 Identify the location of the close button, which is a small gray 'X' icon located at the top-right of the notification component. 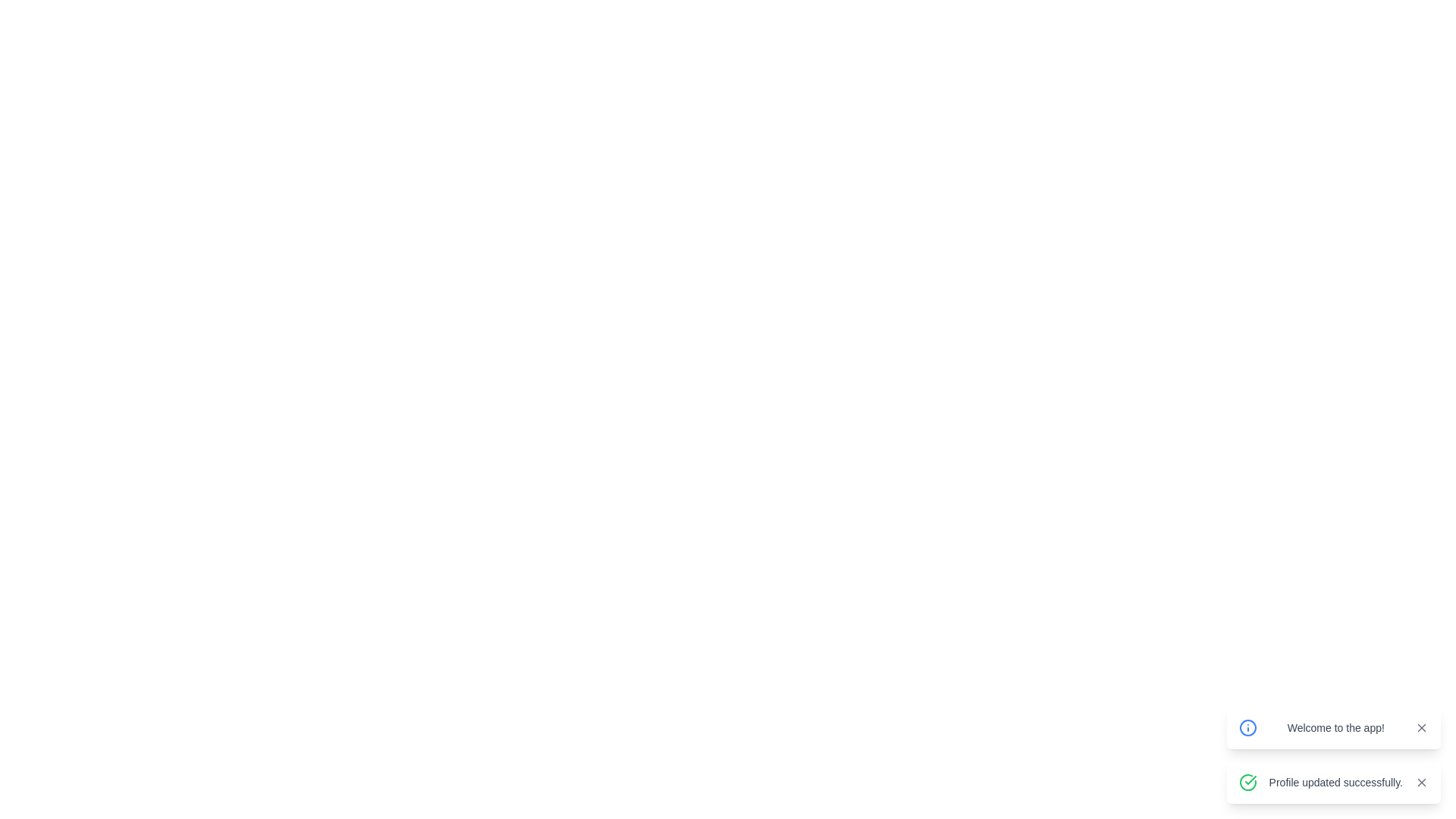
(1421, 727).